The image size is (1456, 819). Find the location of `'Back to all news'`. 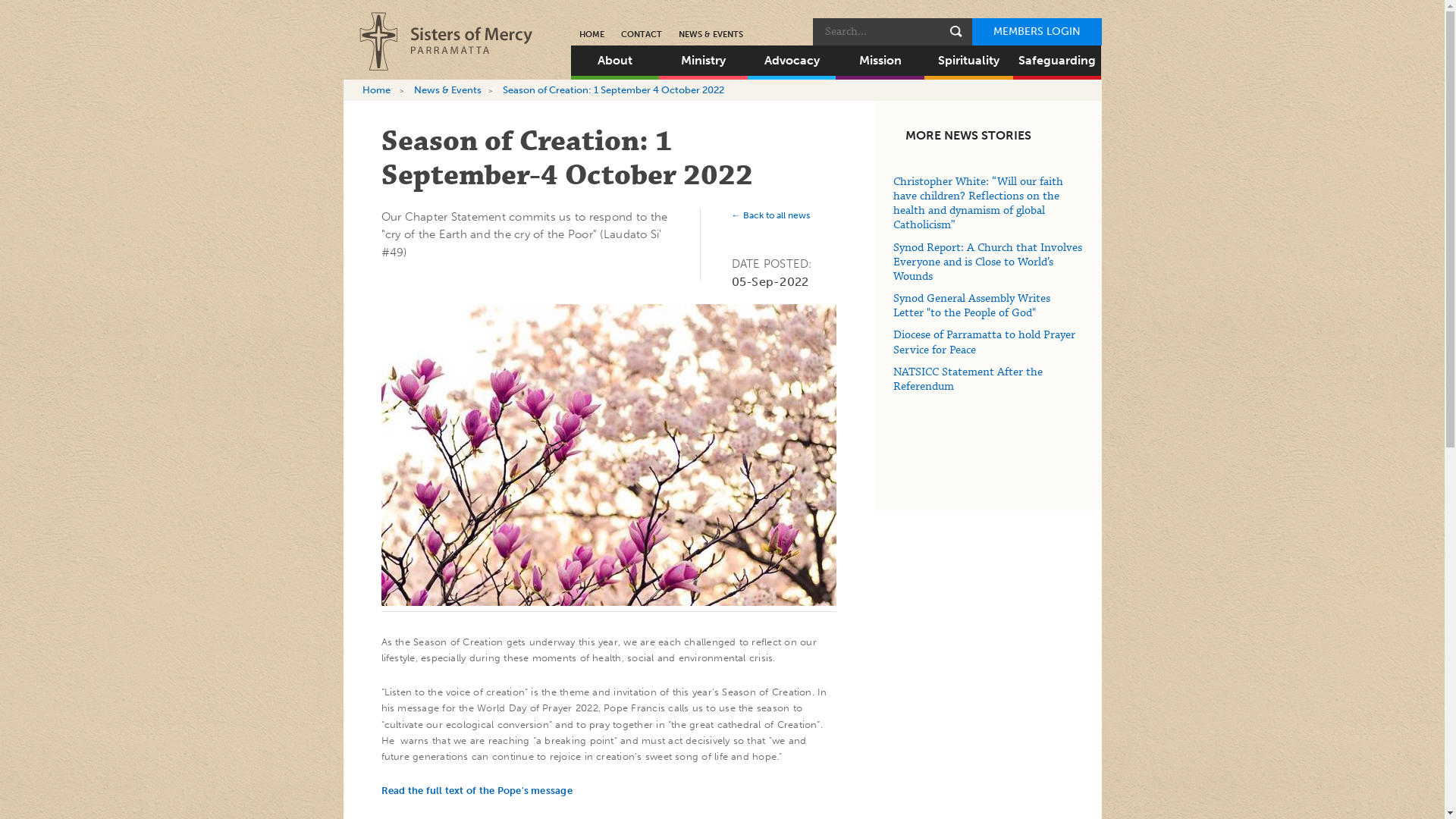

'Back to all news' is located at coordinates (770, 215).